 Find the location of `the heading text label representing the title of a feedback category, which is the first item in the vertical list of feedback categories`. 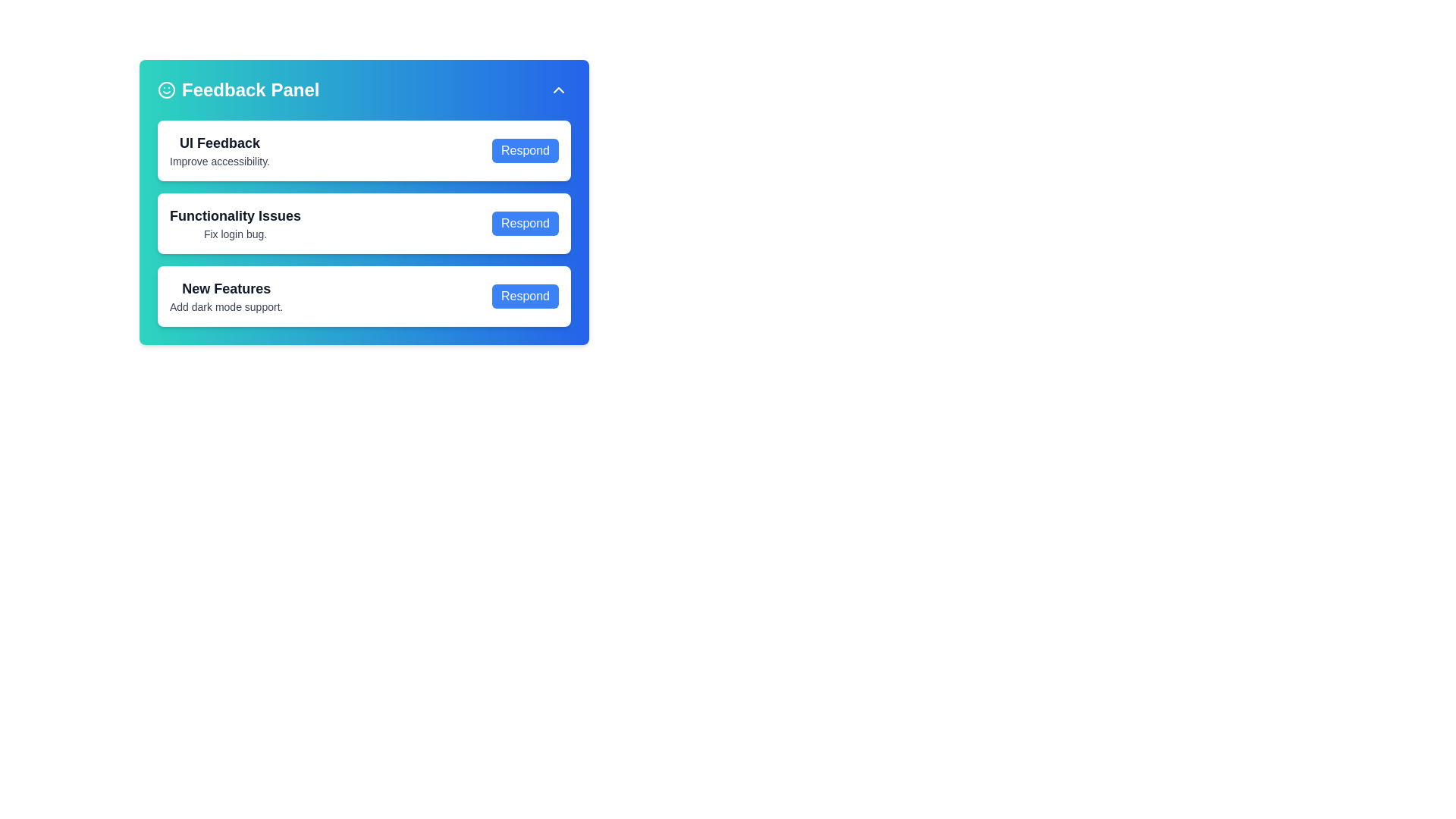

the heading text label representing the title of a feedback category, which is the first item in the vertical list of feedback categories is located at coordinates (218, 143).